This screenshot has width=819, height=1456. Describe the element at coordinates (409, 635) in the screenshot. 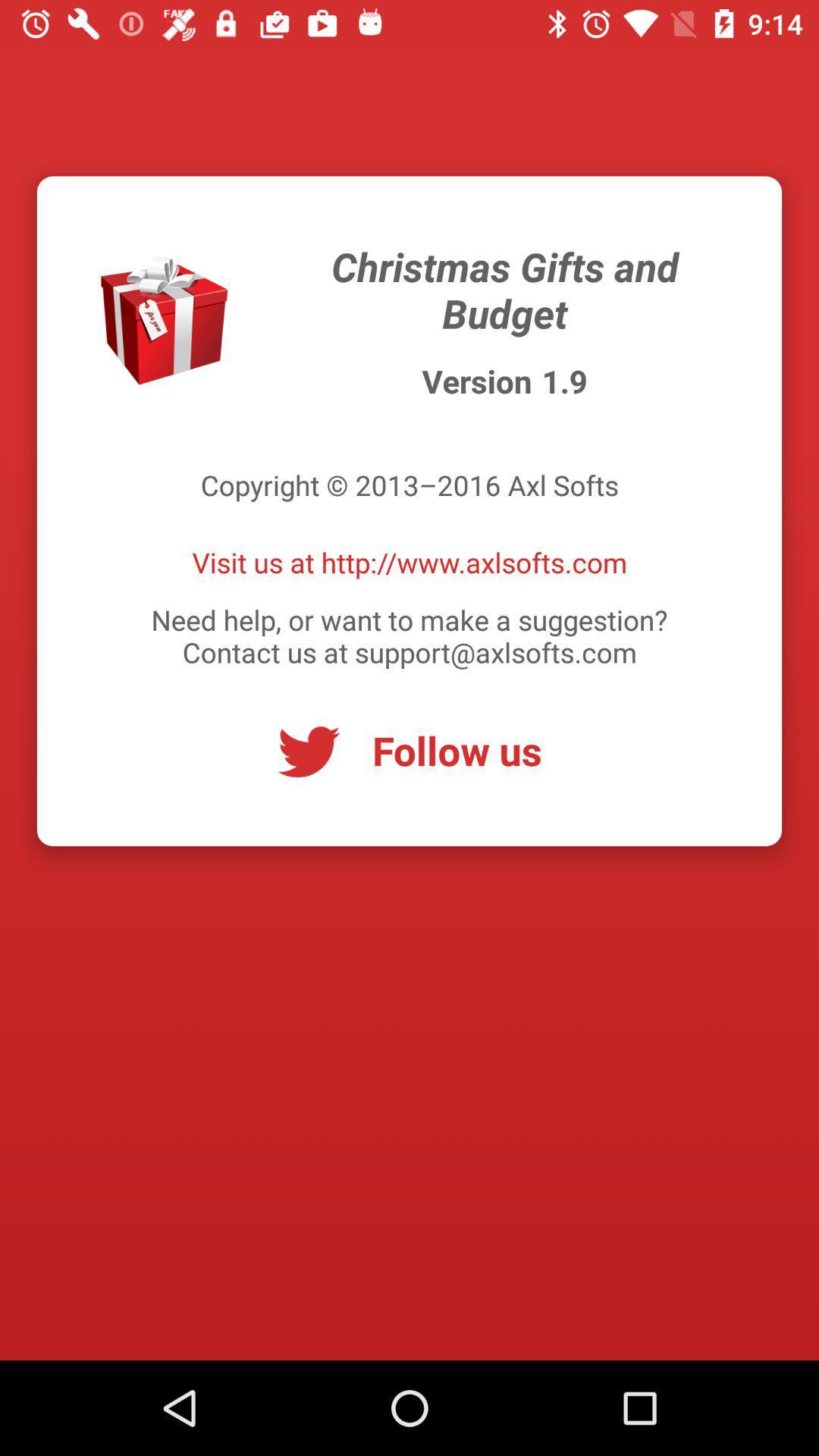

I see `the need help or icon` at that location.